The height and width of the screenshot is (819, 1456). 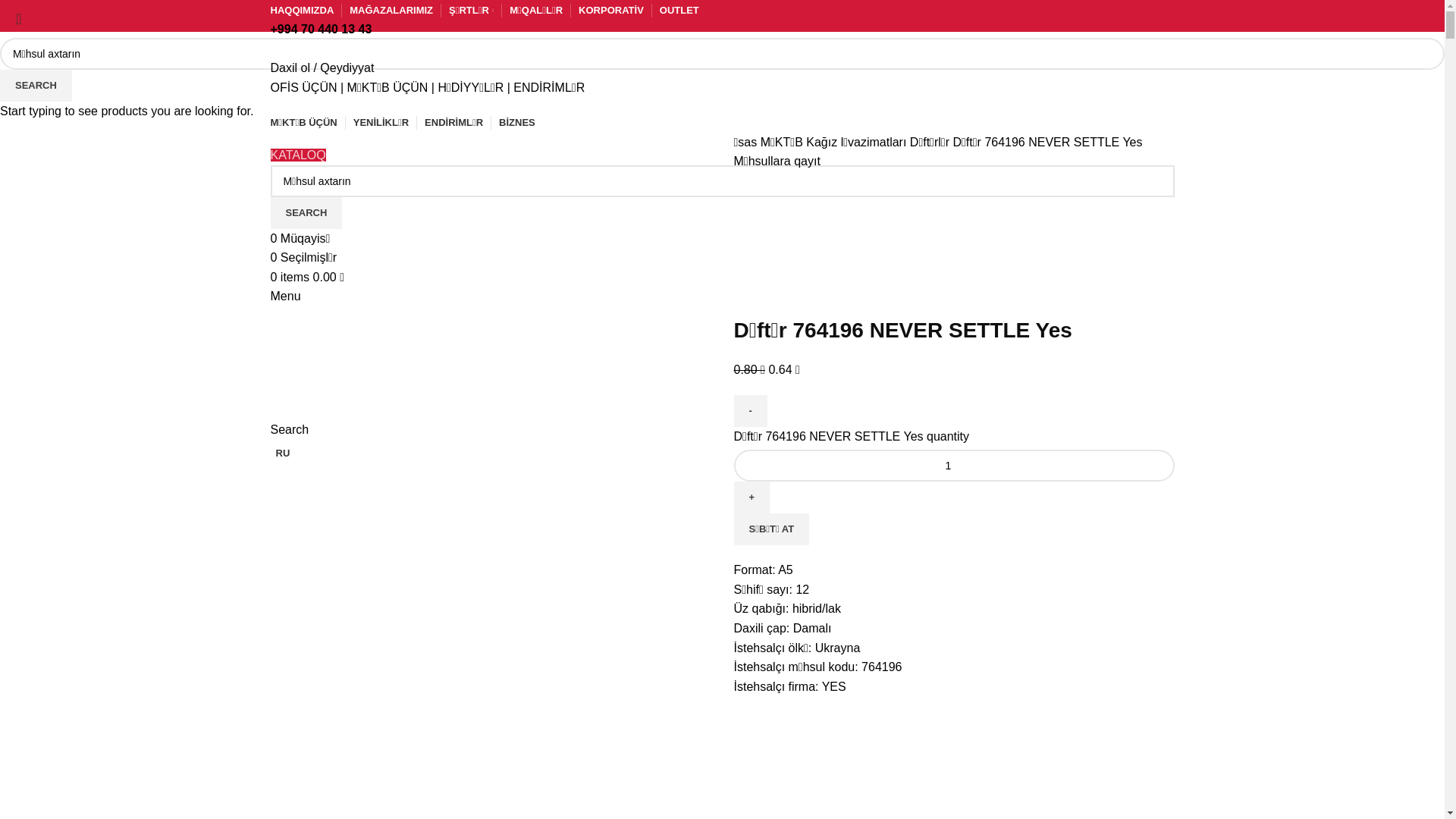 What do you see at coordinates (280, 452) in the screenshot?
I see `'RU'` at bounding box center [280, 452].